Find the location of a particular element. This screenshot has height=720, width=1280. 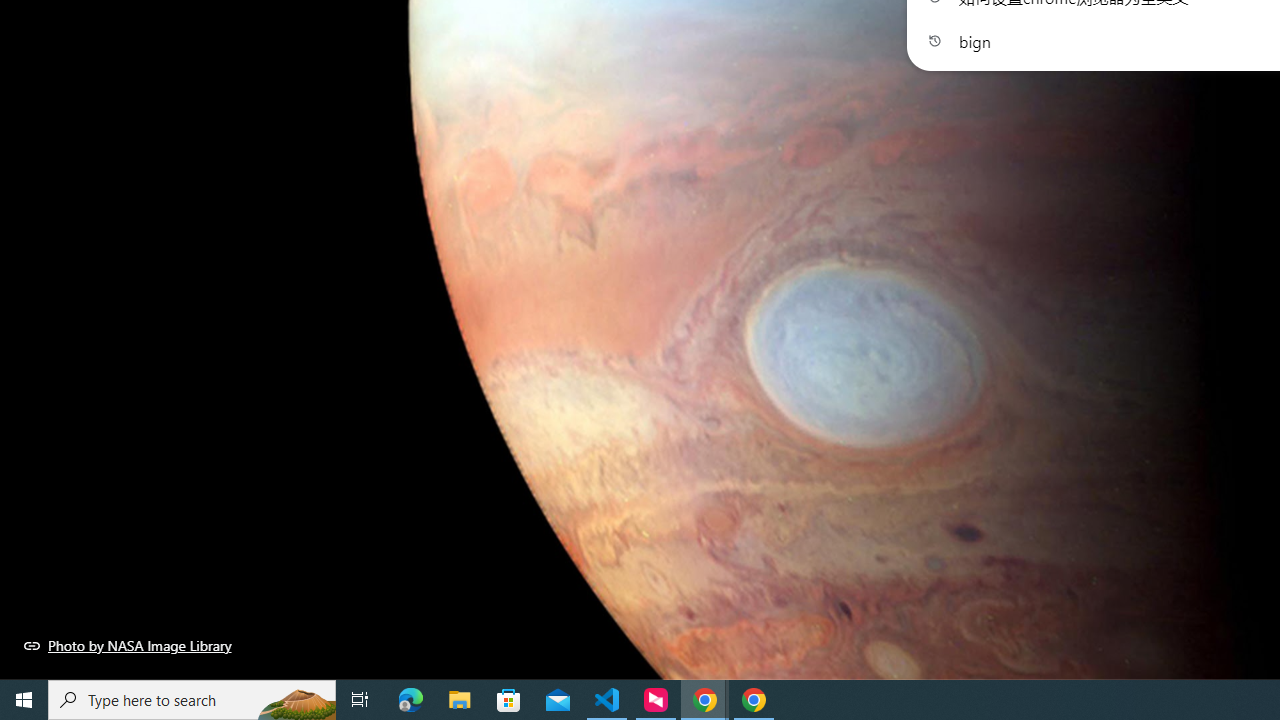

'Photo by NASA Image Library' is located at coordinates (127, 645).